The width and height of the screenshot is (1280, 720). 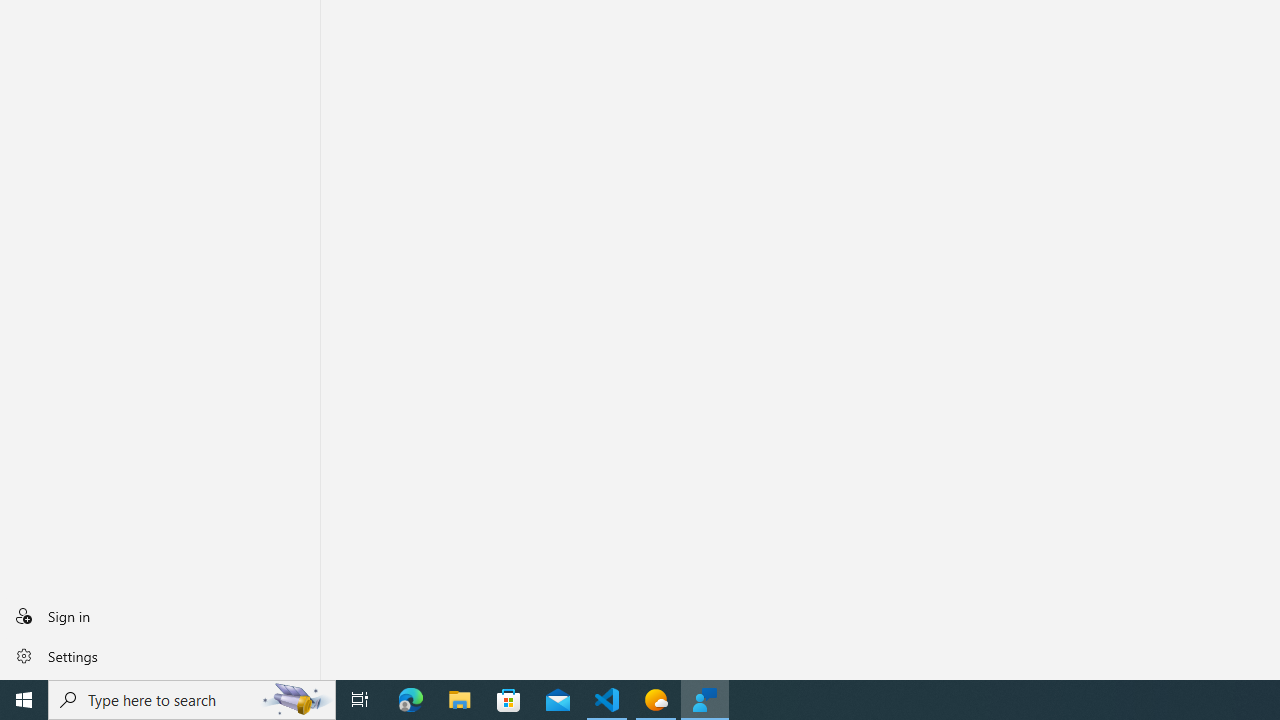 What do you see at coordinates (192, 698) in the screenshot?
I see `'Type here to search'` at bounding box center [192, 698].